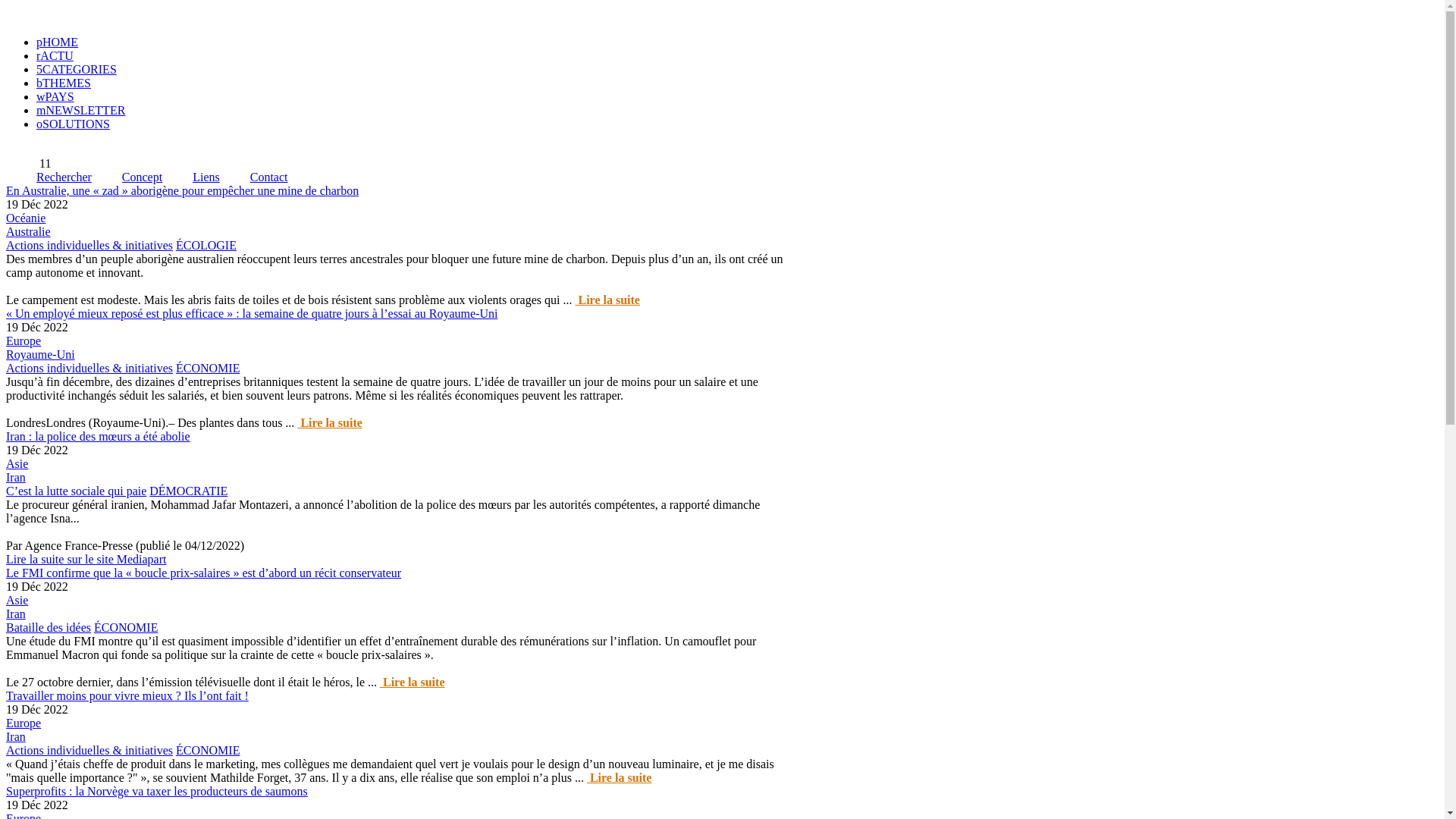 The height and width of the screenshot is (819, 1456). What do you see at coordinates (55, 96) in the screenshot?
I see `'wPAYS'` at bounding box center [55, 96].